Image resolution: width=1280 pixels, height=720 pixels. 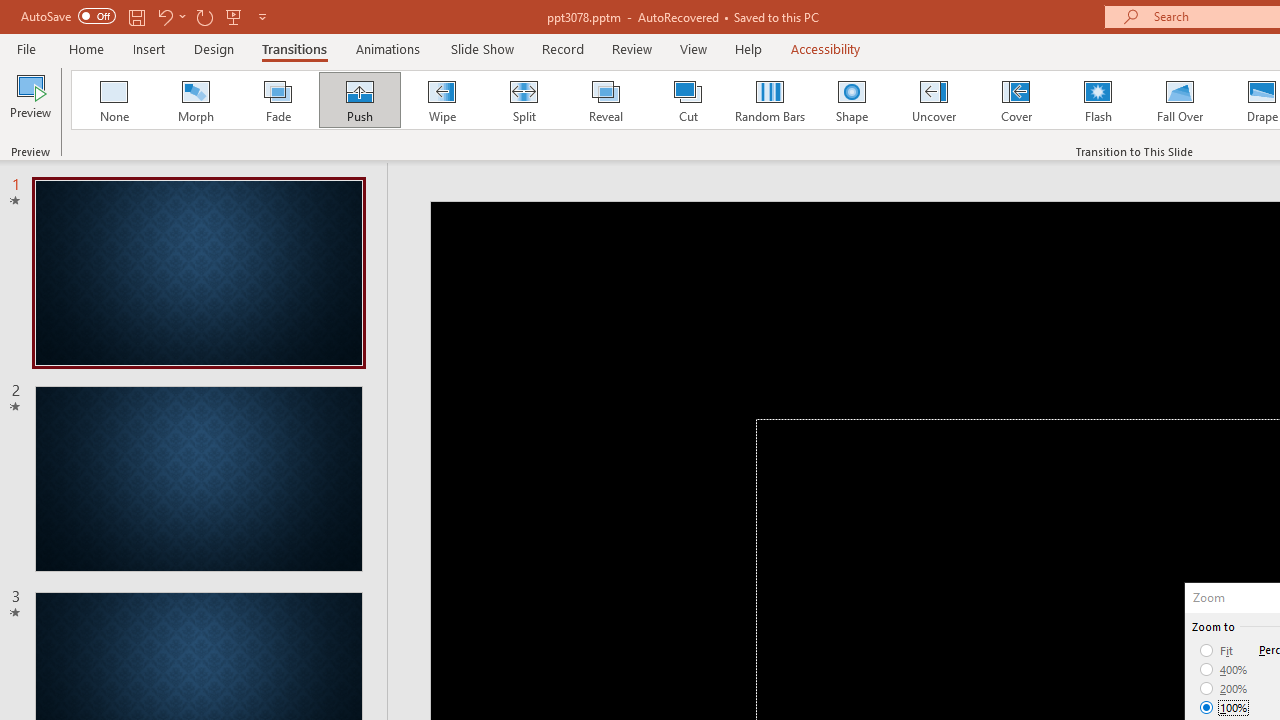 What do you see at coordinates (1180, 100) in the screenshot?
I see `'Fall Over'` at bounding box center [1180, 100].